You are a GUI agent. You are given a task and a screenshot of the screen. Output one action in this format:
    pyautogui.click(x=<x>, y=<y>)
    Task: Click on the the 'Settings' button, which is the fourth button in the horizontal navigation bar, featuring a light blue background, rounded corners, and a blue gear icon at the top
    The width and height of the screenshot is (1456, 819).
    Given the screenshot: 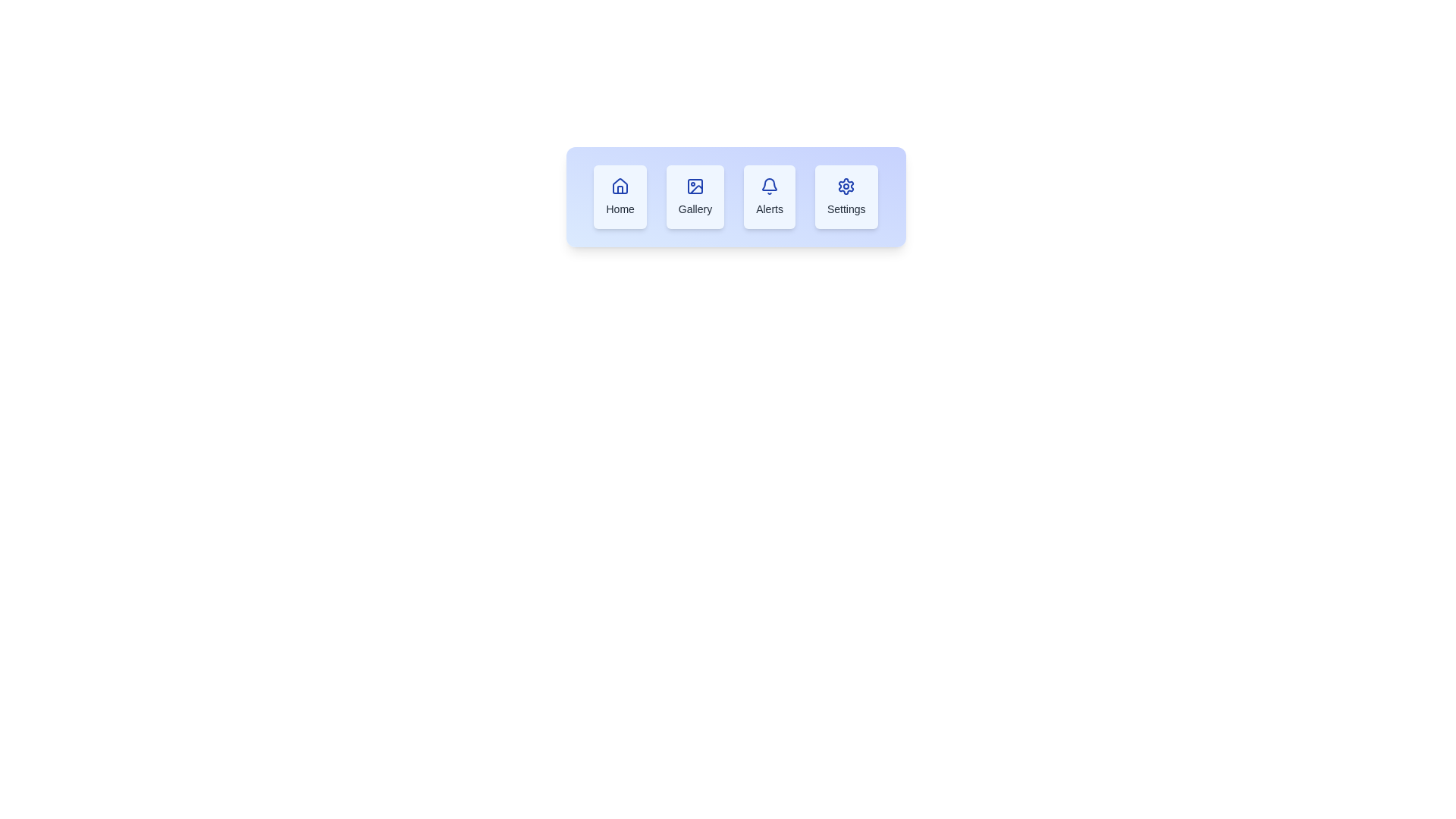 What is the action you would take?
    pyautogui.click(x=846, y=196)
    